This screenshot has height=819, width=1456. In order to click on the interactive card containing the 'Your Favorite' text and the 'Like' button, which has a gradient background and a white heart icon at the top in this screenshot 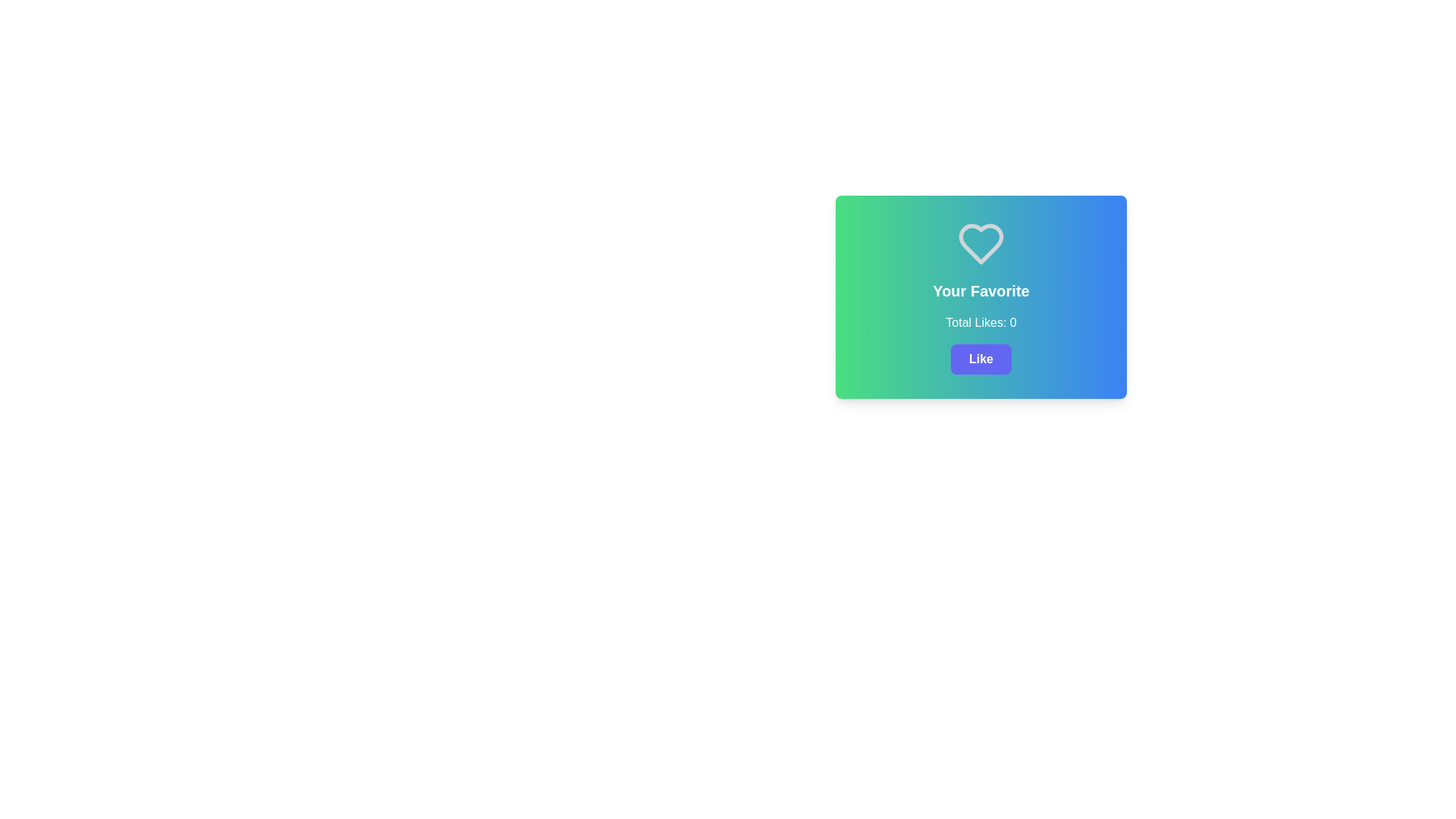, I will do `click(981, 380)`.